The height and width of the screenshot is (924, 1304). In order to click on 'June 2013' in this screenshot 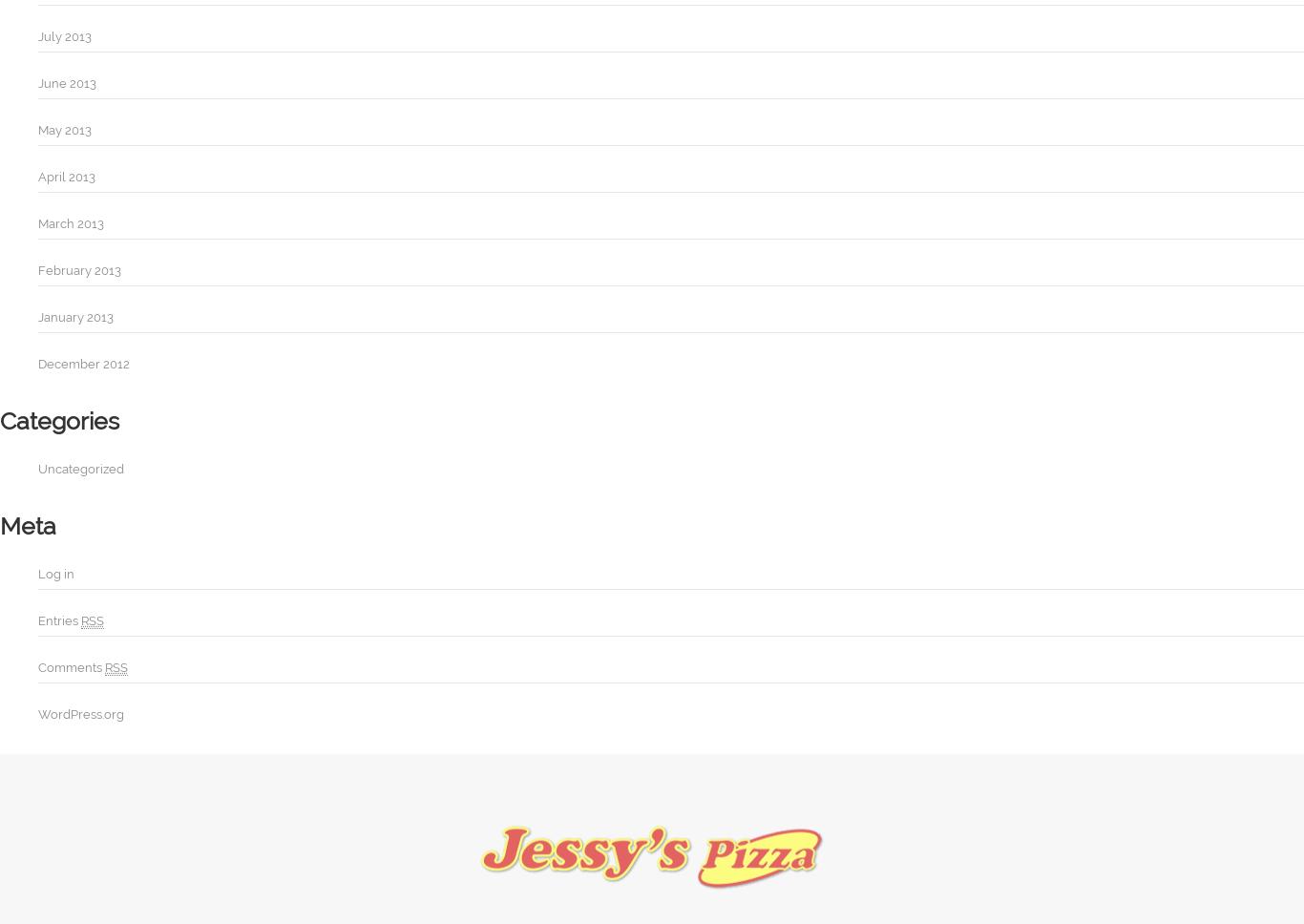, I will do `click(67, 83)`.